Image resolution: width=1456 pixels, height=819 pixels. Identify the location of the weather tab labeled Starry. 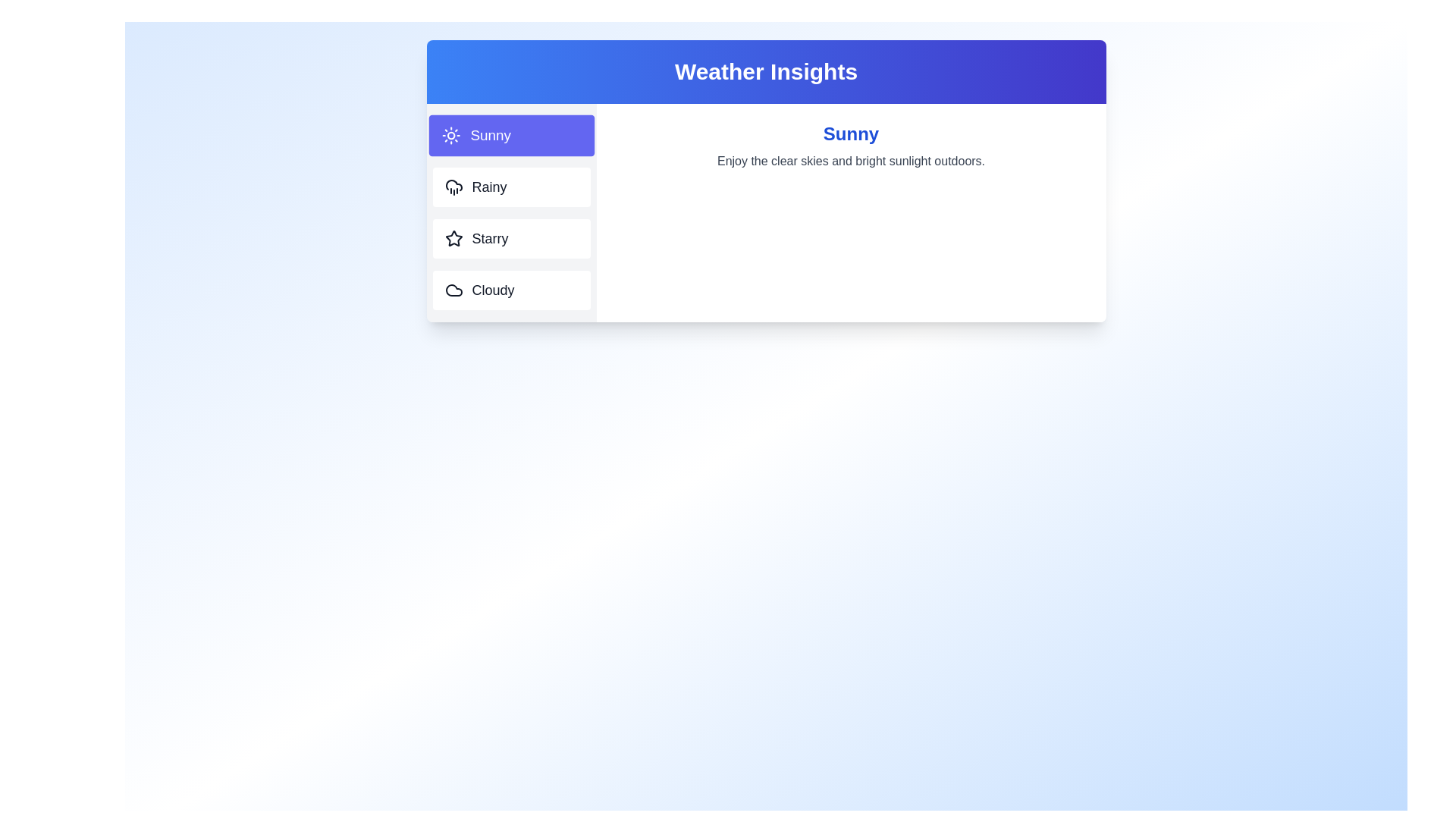
(511, 239).